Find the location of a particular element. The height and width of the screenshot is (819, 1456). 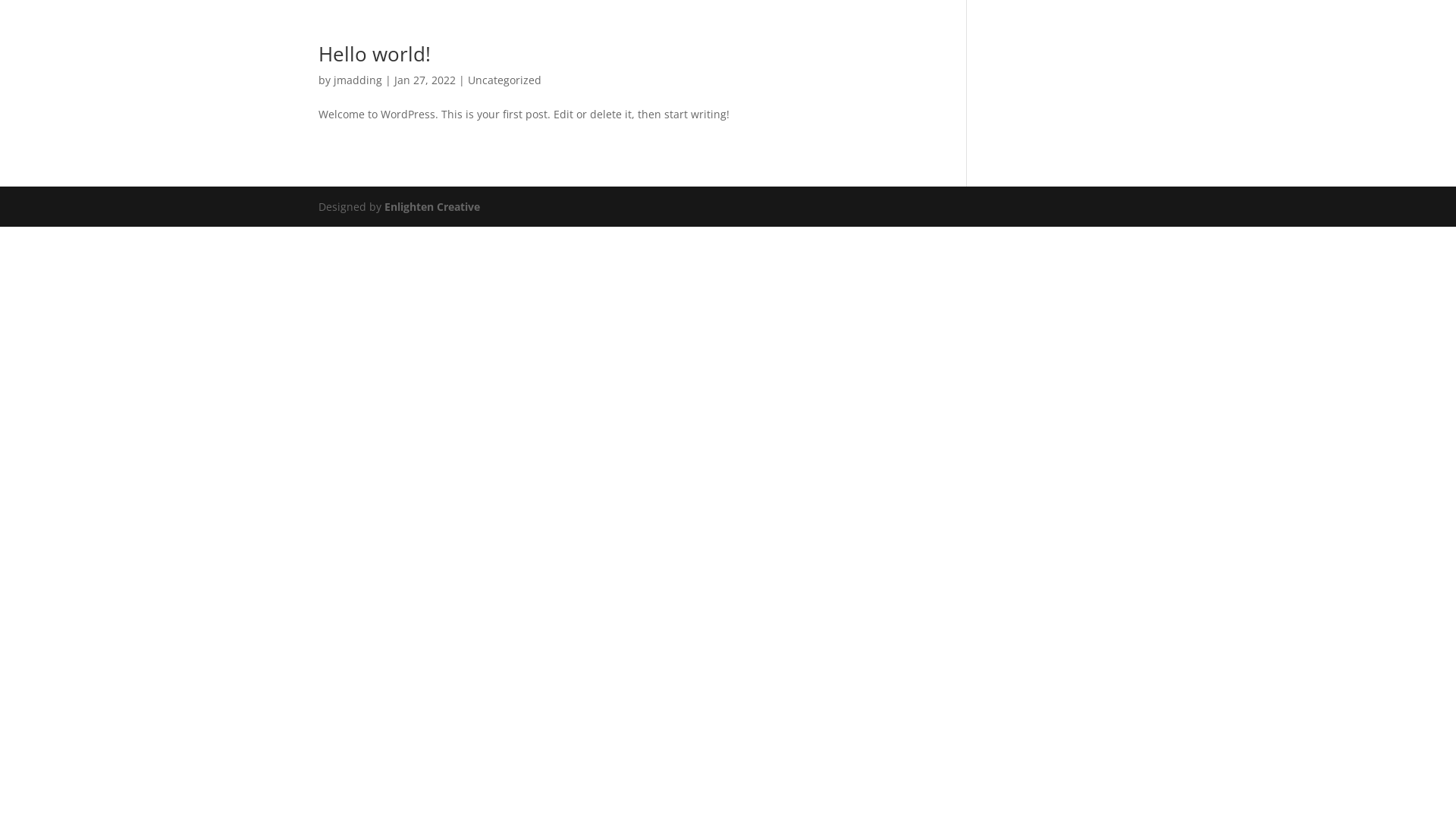

'Enlighten Creative' is located at coordinates (431, 206).